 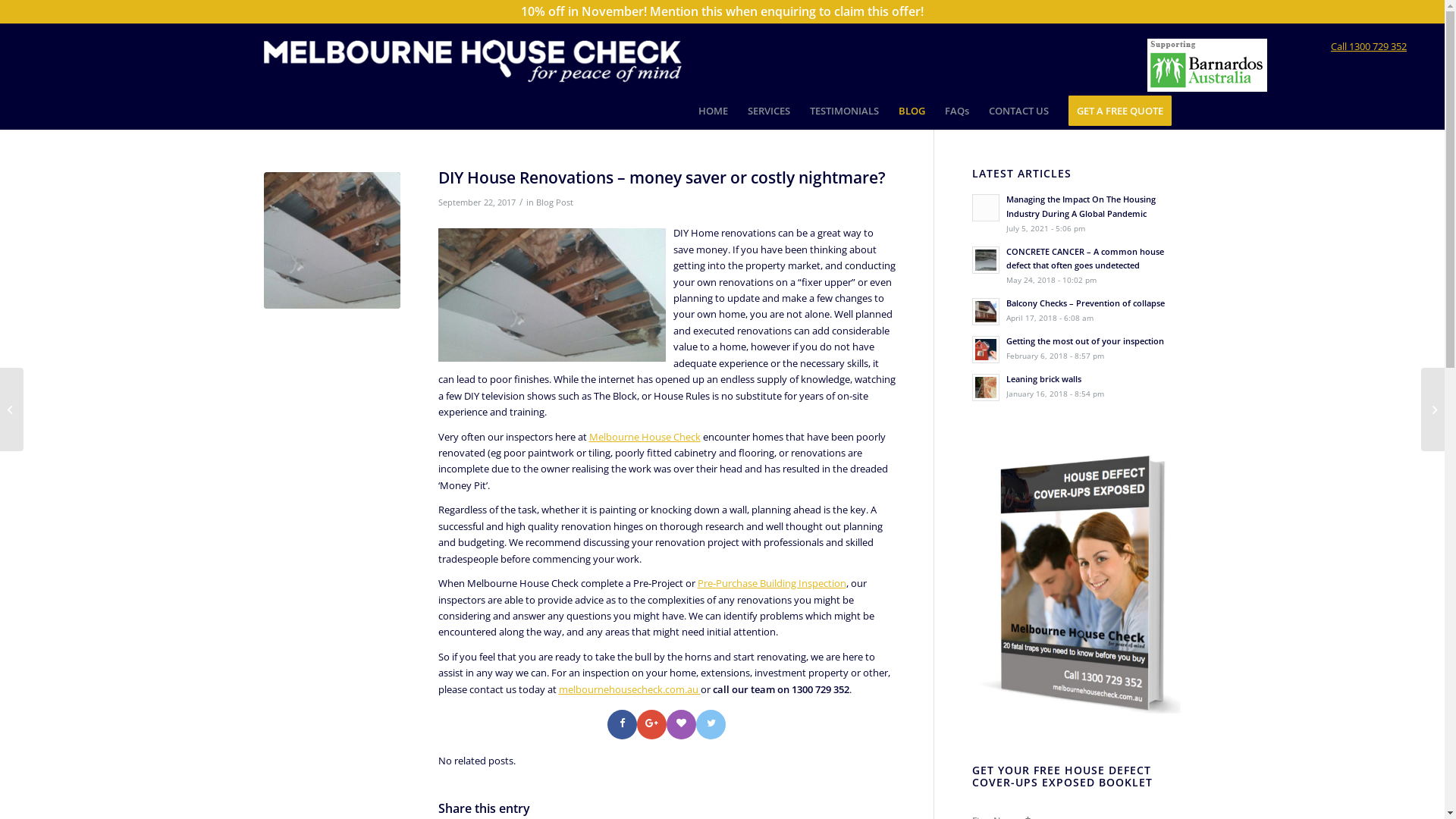 What do you see at coordinates (888, 110) in the screenshot?
I see `'BLOG'` at bounding box center [888, 110].